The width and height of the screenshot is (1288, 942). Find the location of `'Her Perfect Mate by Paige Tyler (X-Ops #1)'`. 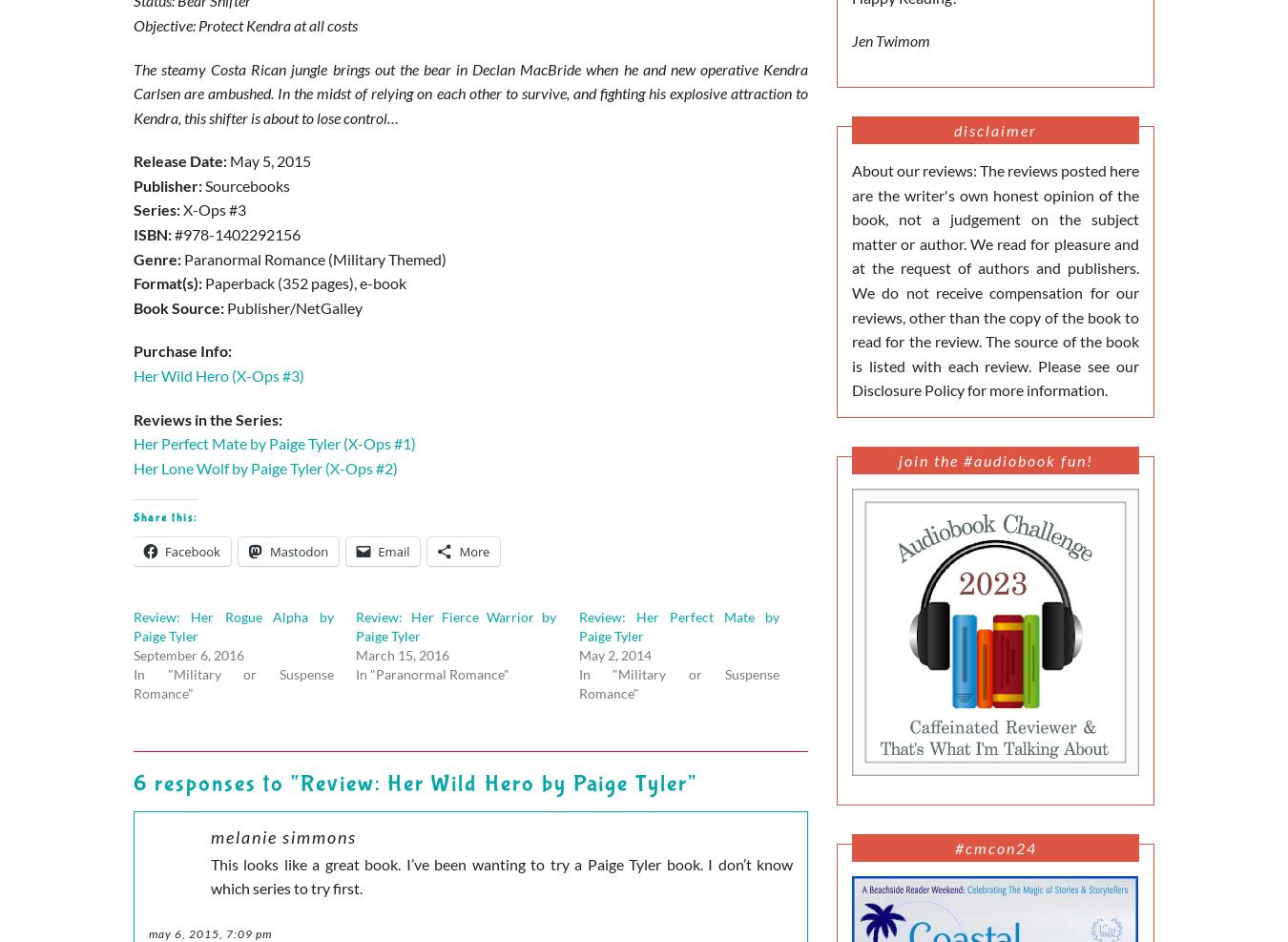

'Her Perfect Mate by Paige Tyler (X-Ops #1)' is located at coordinates (273, 442).